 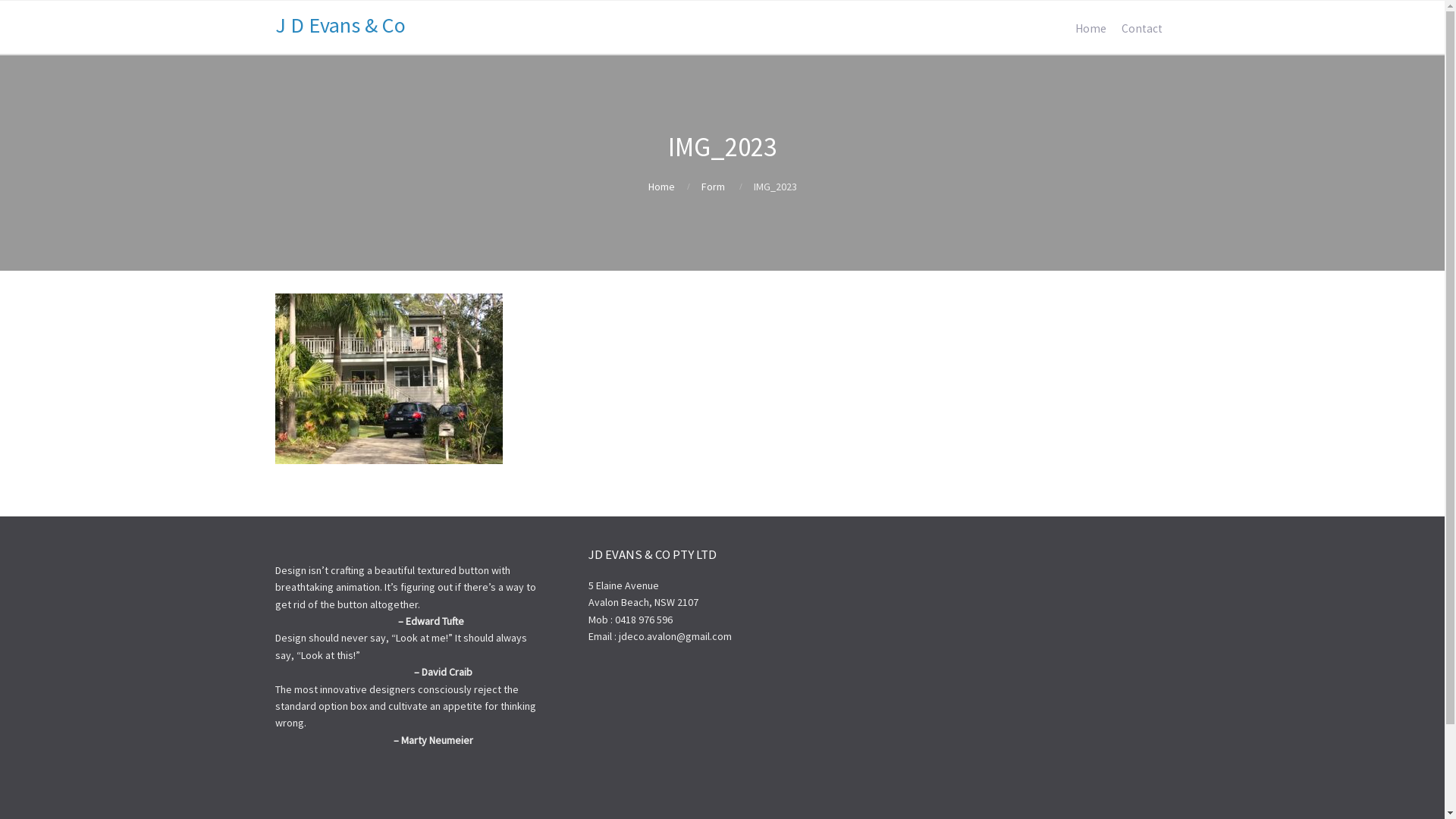 I want to click on 'J D Evans & Co', so click(x=338, y=25).